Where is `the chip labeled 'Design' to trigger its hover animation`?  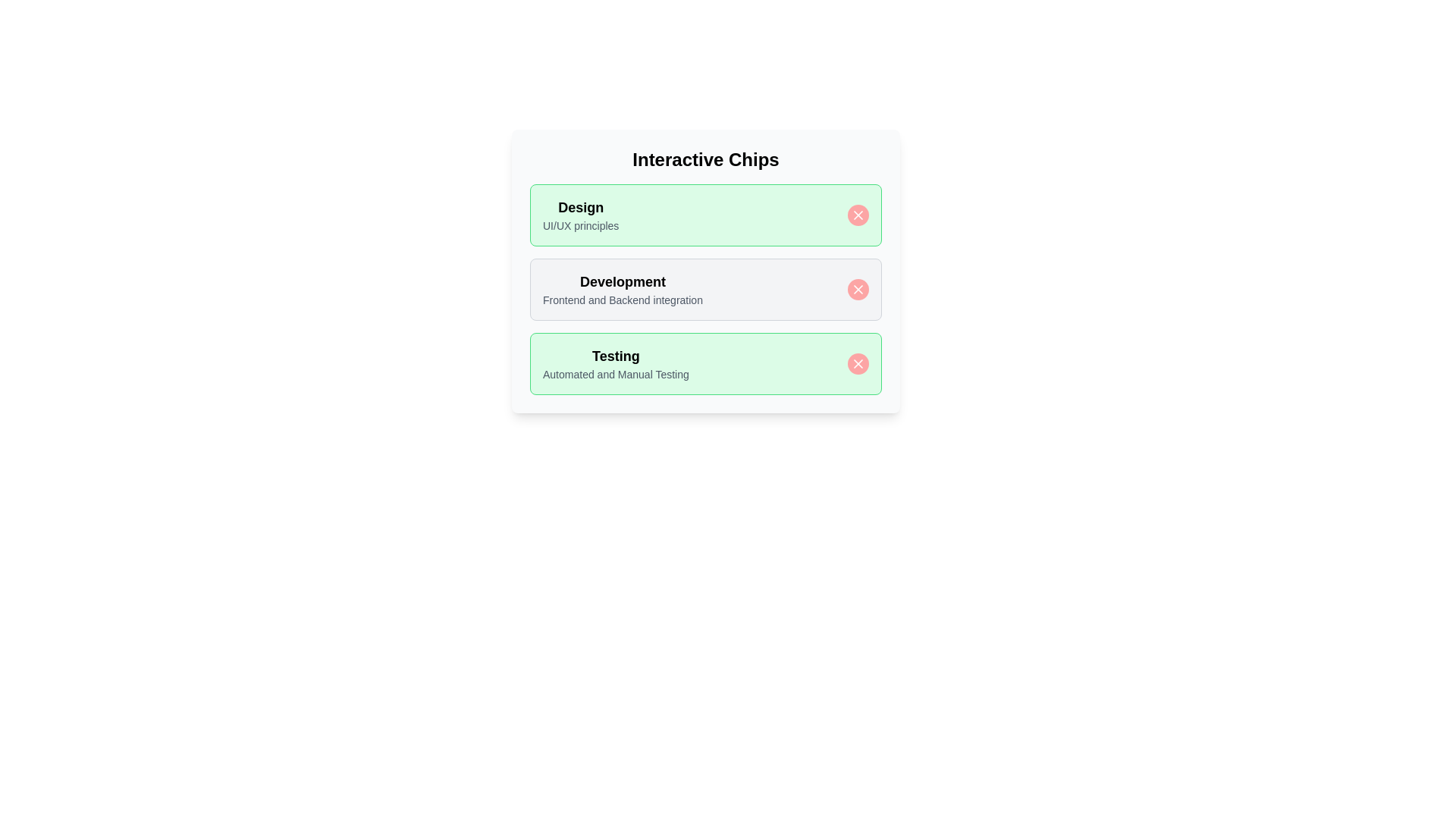 the chip labeled 'Design' to trigger its hover animation is located at coordinates (705, 215).